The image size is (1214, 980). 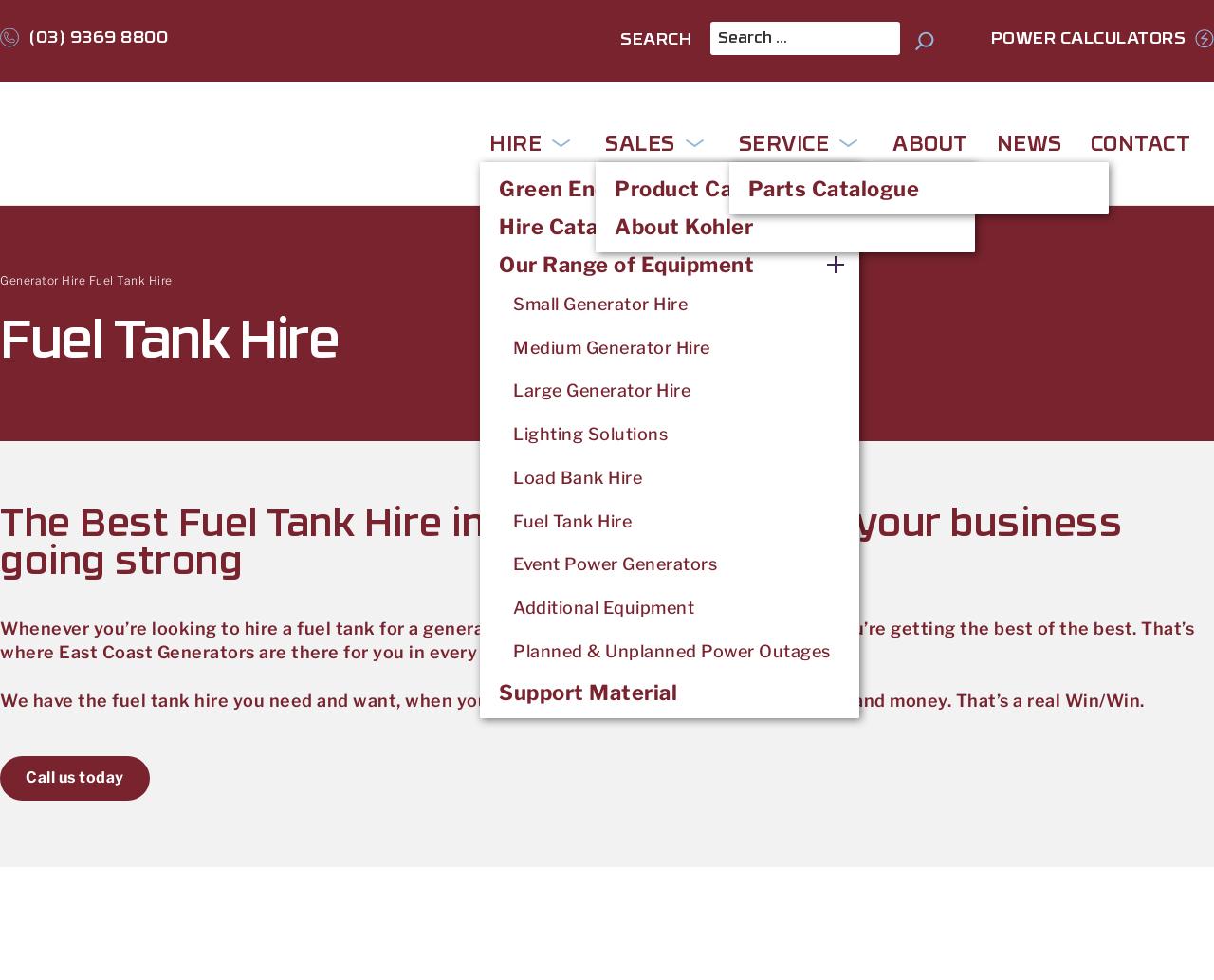 I want to click on 'Product Catalogue', so click(x=712, y=187).